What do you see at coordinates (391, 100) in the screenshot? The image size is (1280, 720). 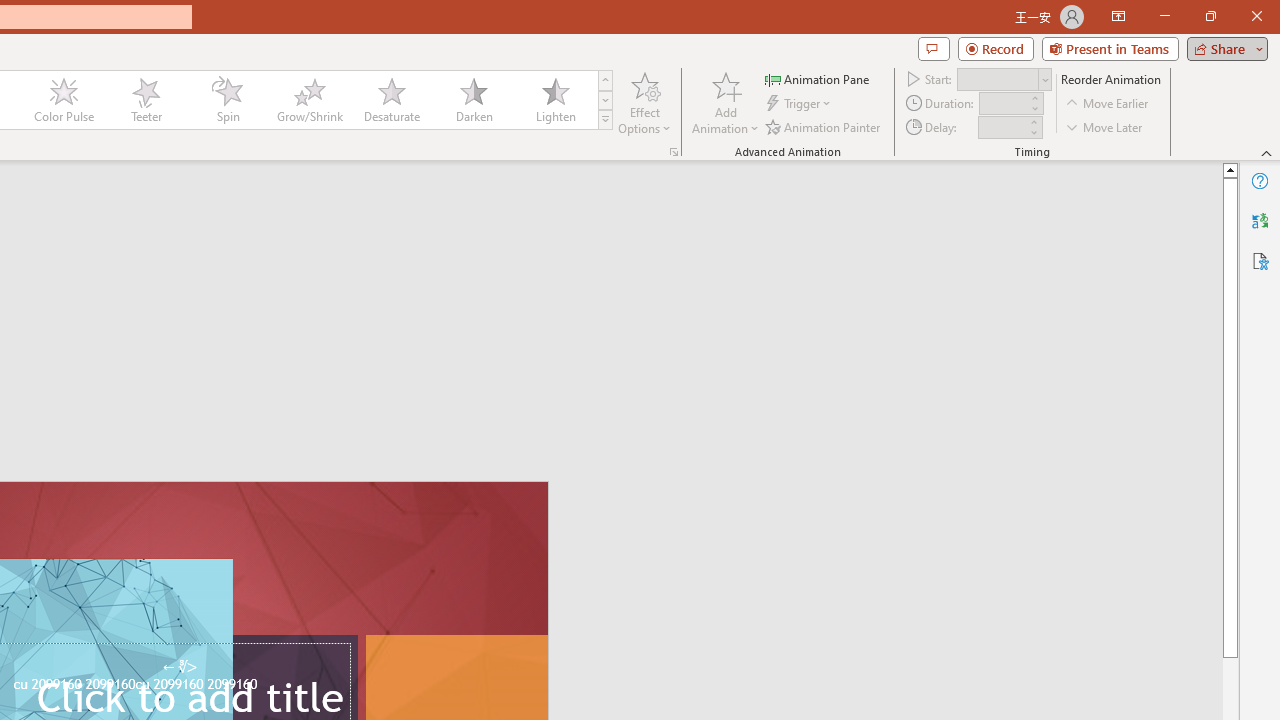 I see `'Desaturate'` at bounding box center [391, 100].